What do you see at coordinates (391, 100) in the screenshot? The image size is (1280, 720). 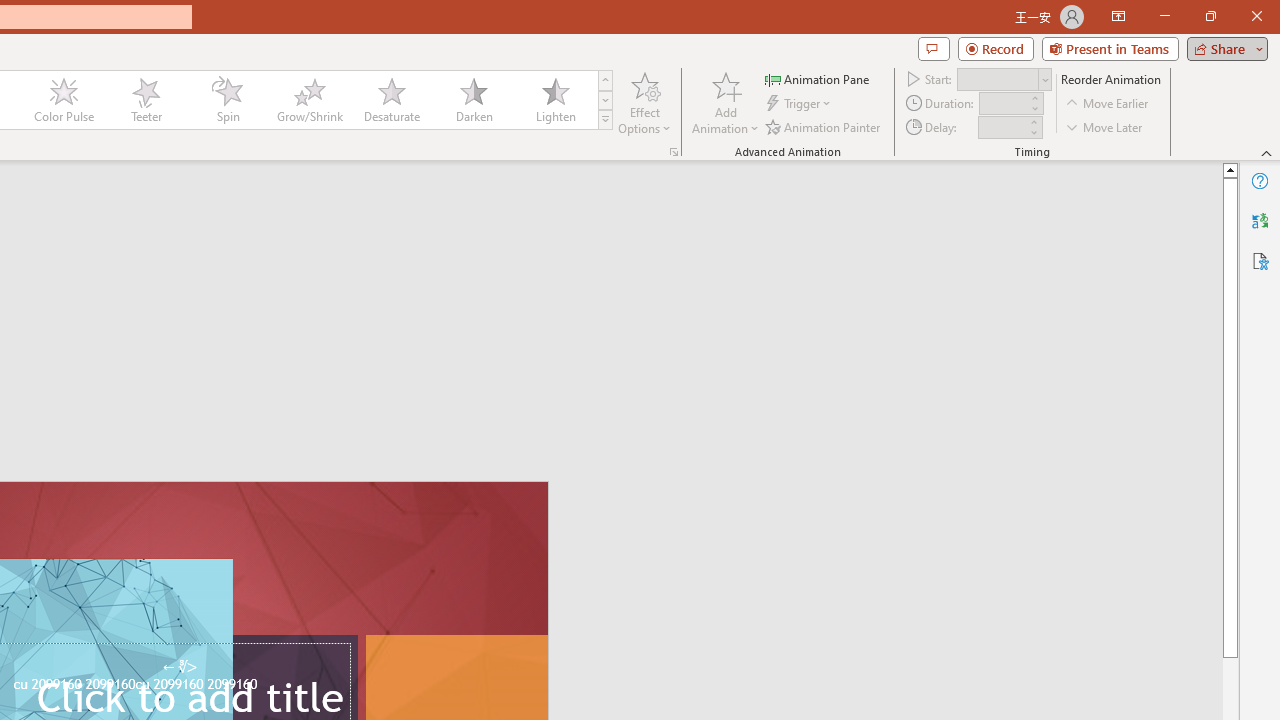 I see `'Desaturate'` at bounding box center [391, 100].